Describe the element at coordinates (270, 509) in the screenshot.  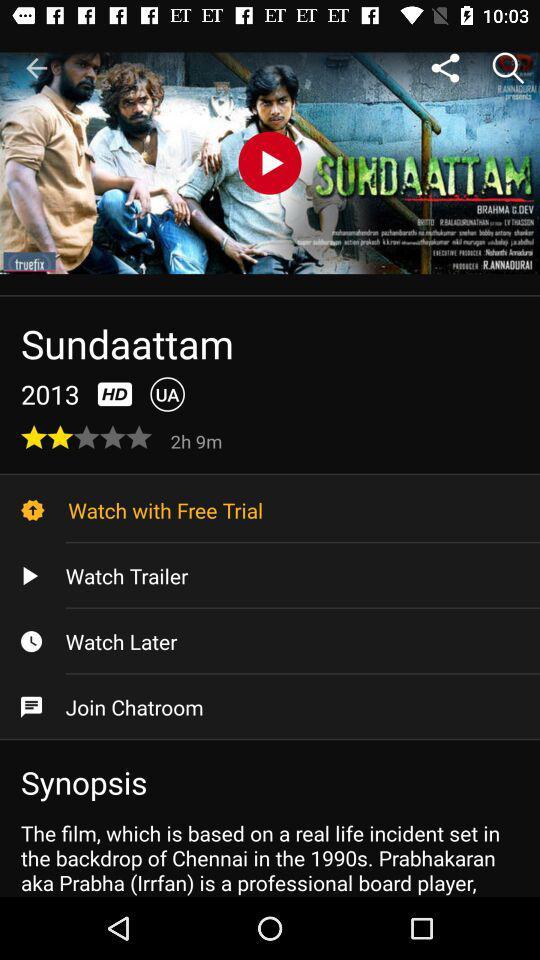
I see `icon below the 2h 9m  icon` at that location.